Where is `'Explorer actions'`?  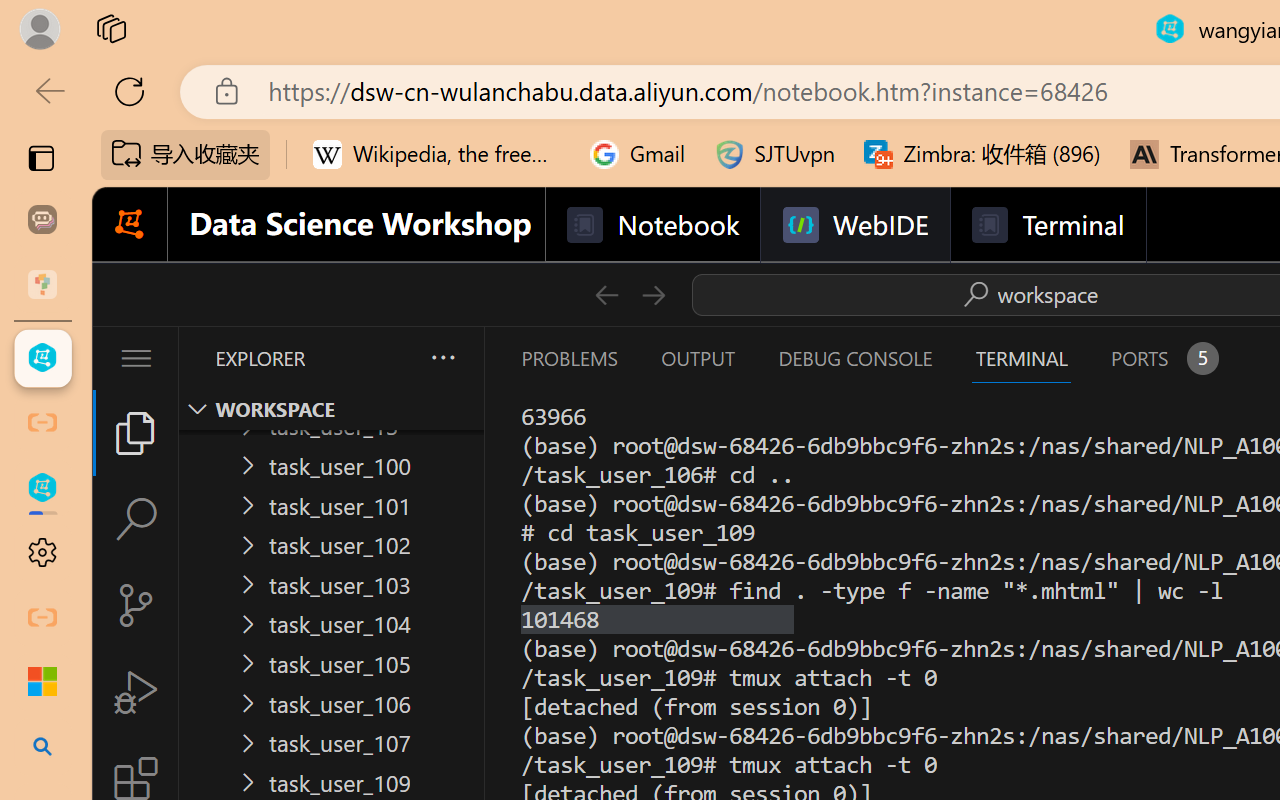
'Explorer actions' is located at coordinates (391, 358).